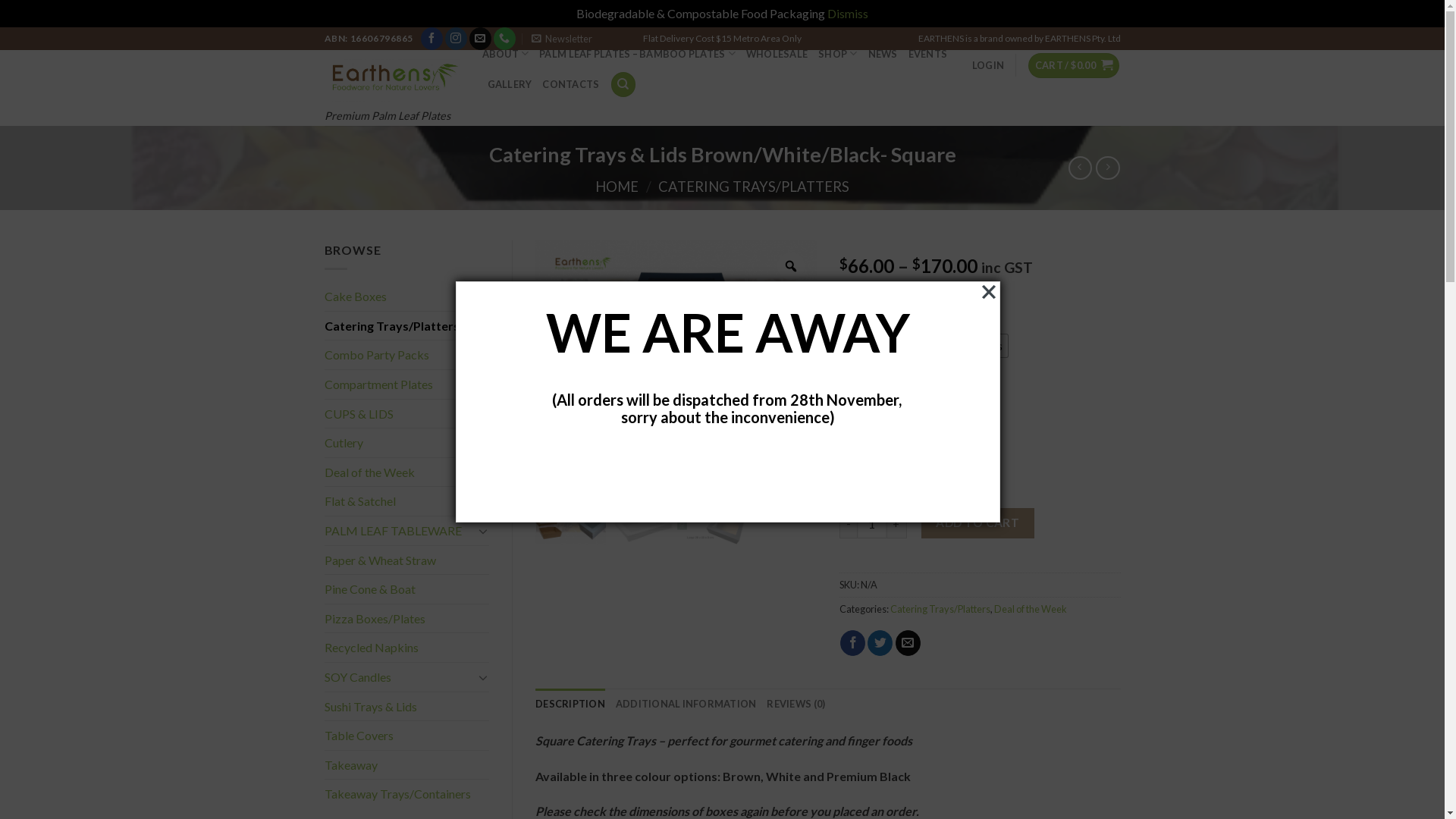 This screenshot has height=819, width=1456. I want to click on 'CART / $0.00', so click(1073, 64).